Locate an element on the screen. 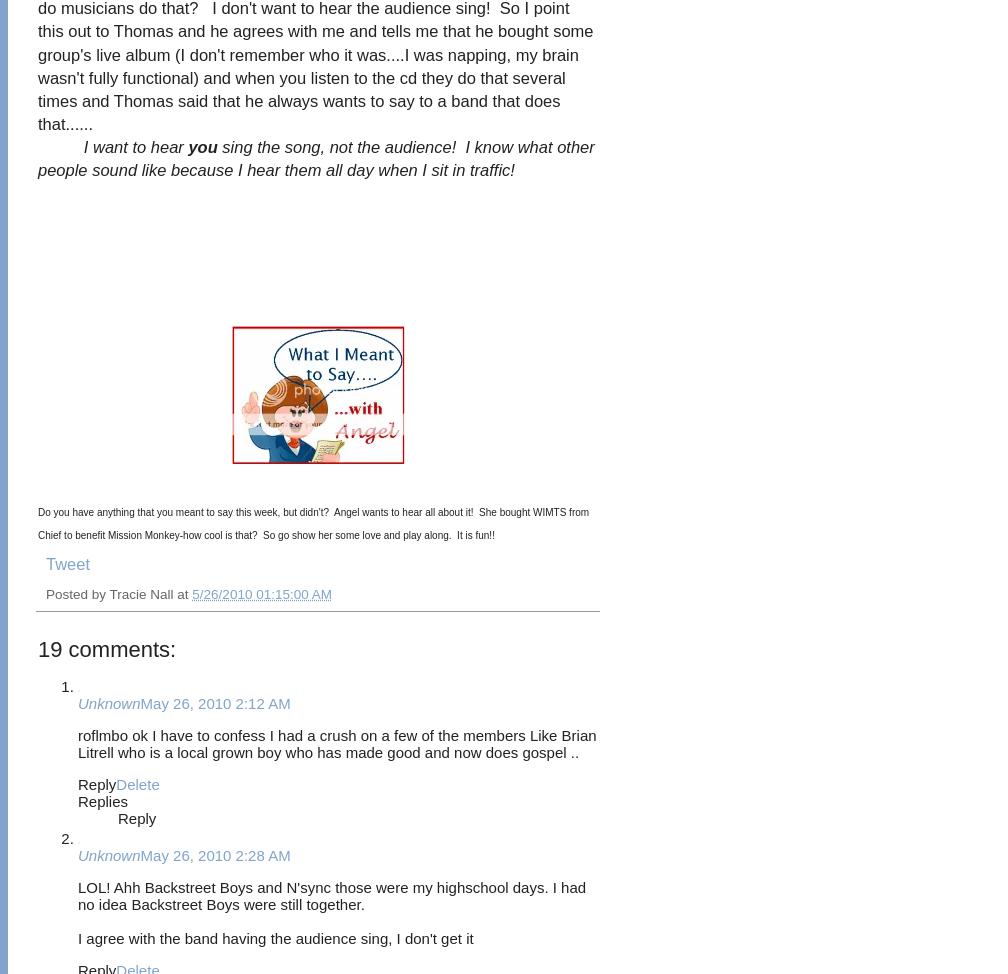 The height and width of the screenshot is (974, 1008). 'roflmbo  ok I have to confess I had a crush on a few of the members Like Brian Litrell who is a local grown boy who has made good and now does gospel ..' is located at coordinates (336, 741).